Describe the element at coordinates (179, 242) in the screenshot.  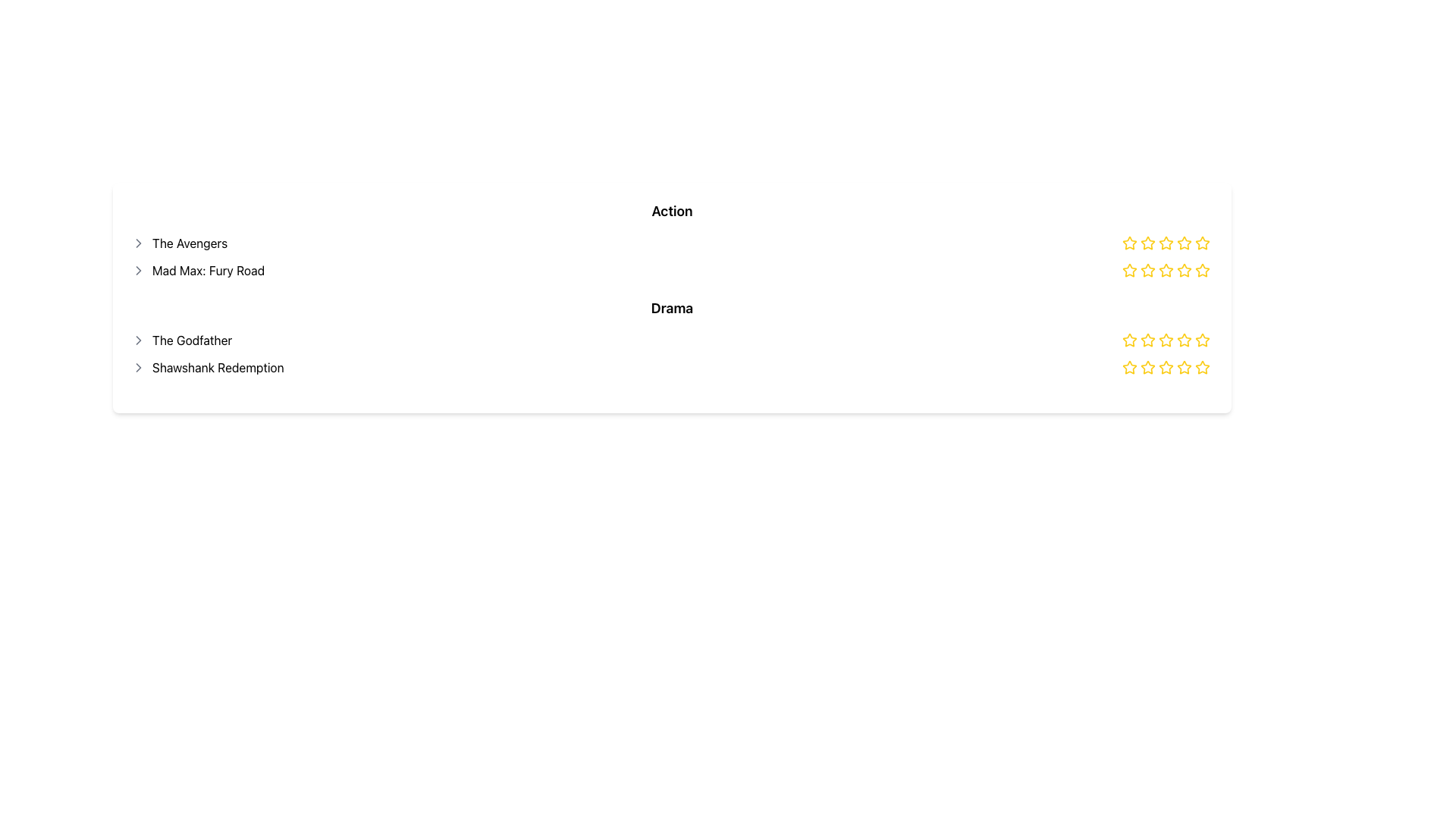
I see `the Text Label displaying the movie name 'The Avengers', which is the first item in a vertical list of movie titles` at that location.